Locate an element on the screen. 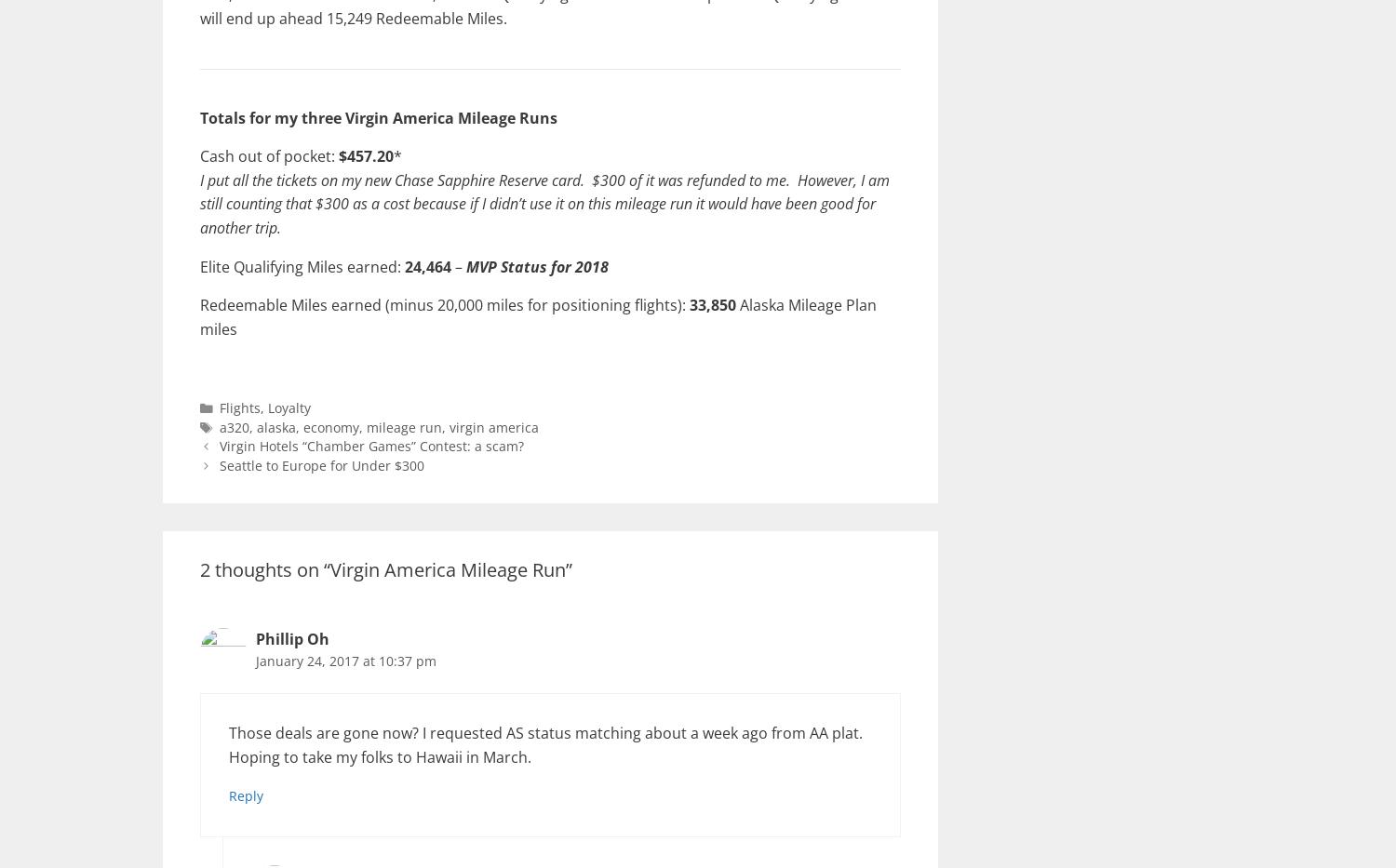  'Flights' is located at coordinates (240, 407).